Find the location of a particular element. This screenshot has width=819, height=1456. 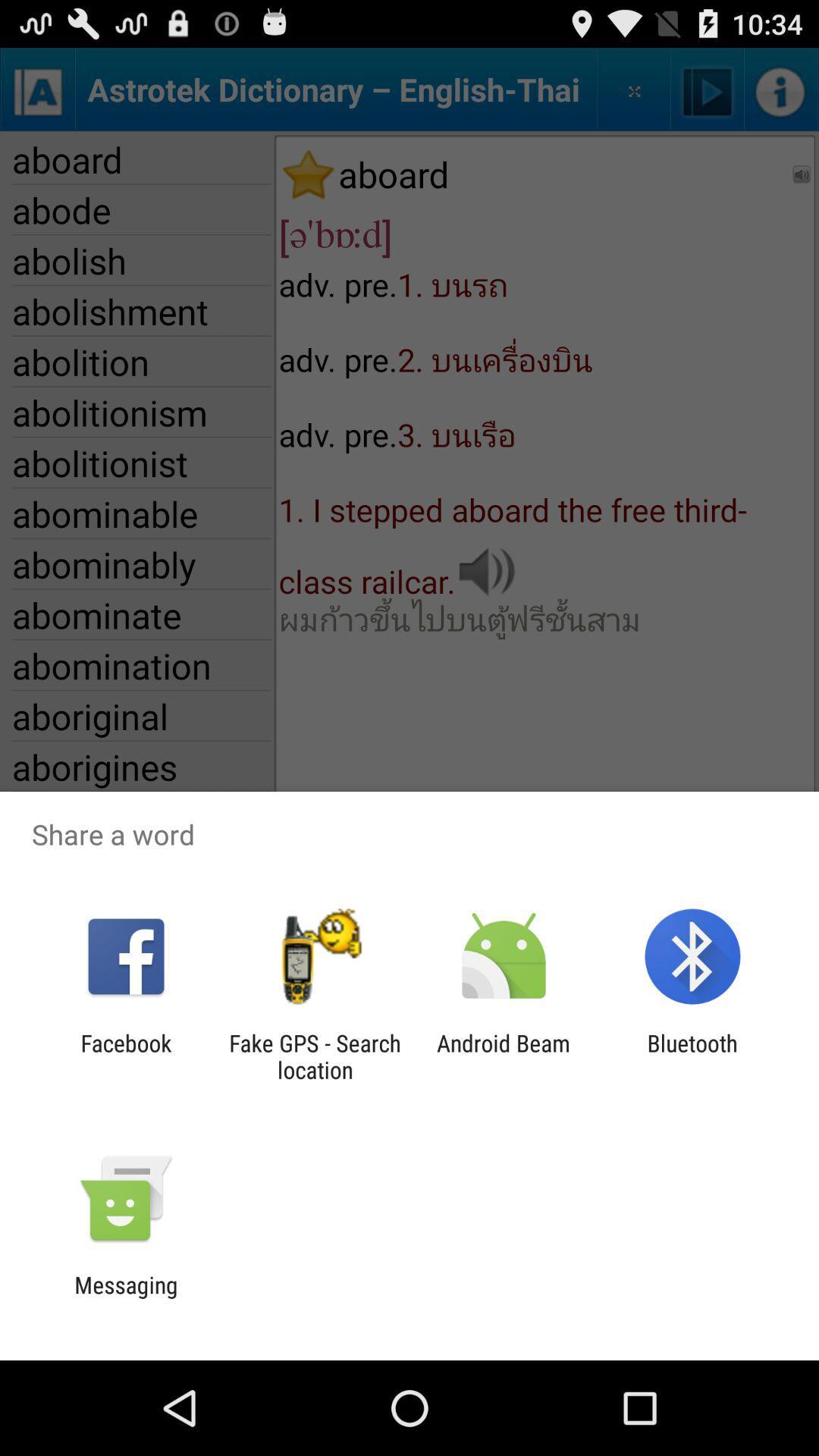

the icon next to android beam item is located at coordinates (692, 1056).